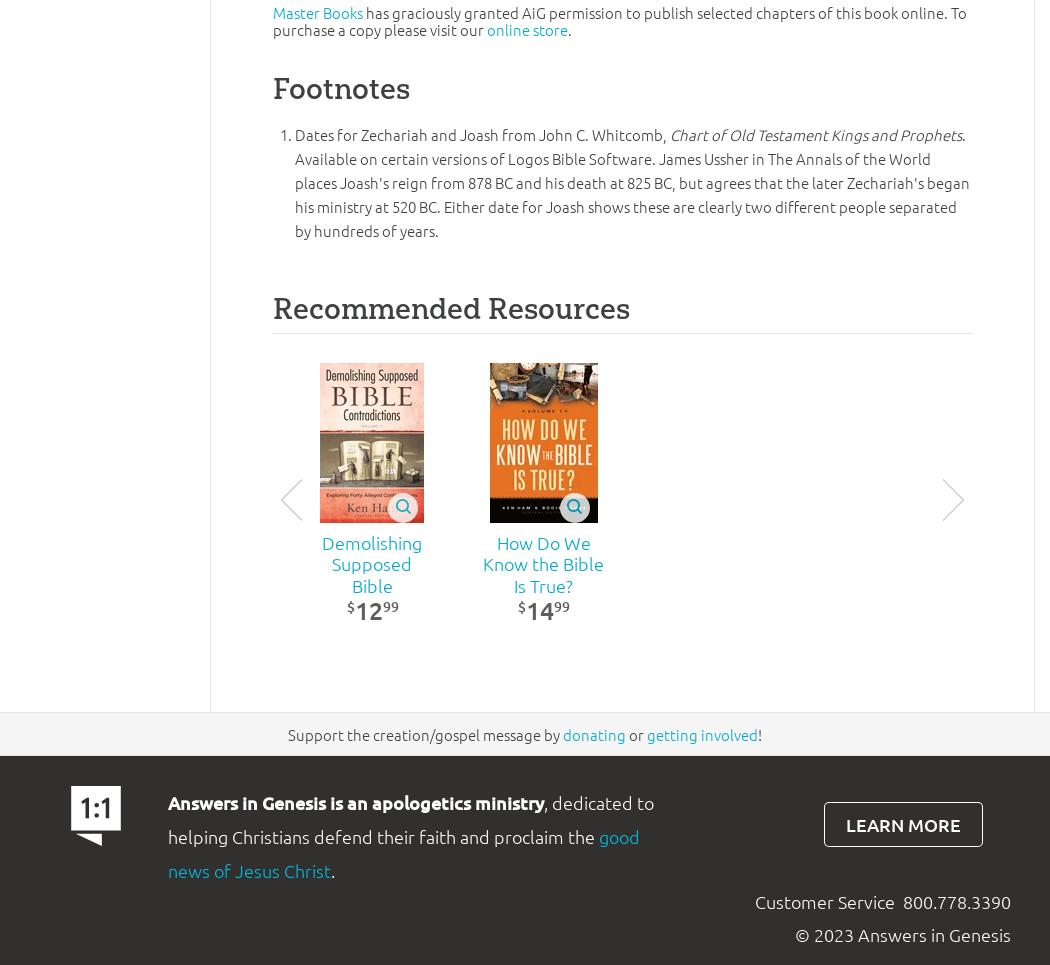 The image size is (1050, 965). What do you see at coordinates (482, 134) in the screenshot?
I see `'Dates for Zechariah and Joash from John C. Whitcomb,'` at bounding box center [482, 134].